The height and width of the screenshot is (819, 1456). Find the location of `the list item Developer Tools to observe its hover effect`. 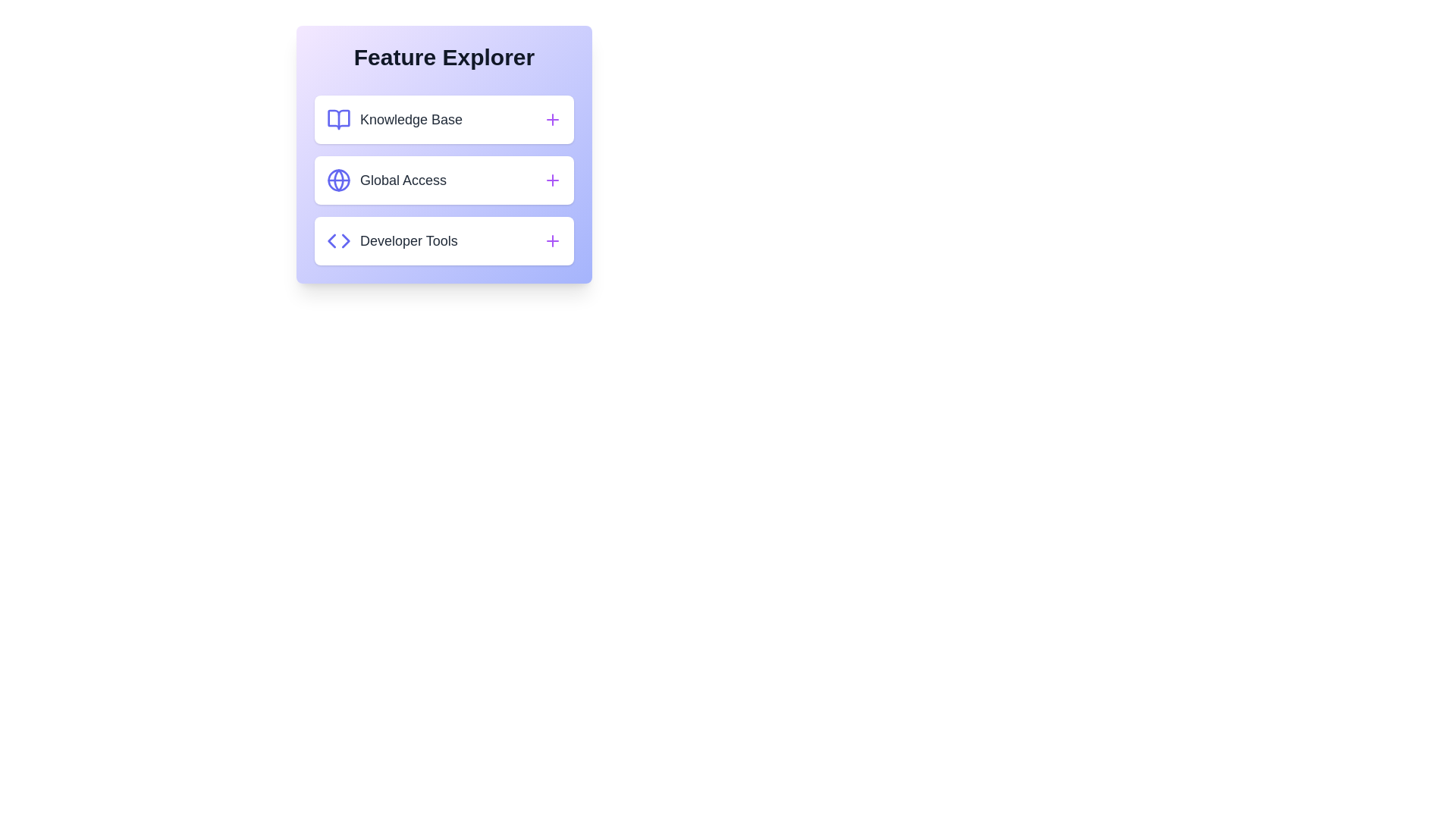

the list item Developer Tools to observe its hover effect is located at coordinates (443, 240).